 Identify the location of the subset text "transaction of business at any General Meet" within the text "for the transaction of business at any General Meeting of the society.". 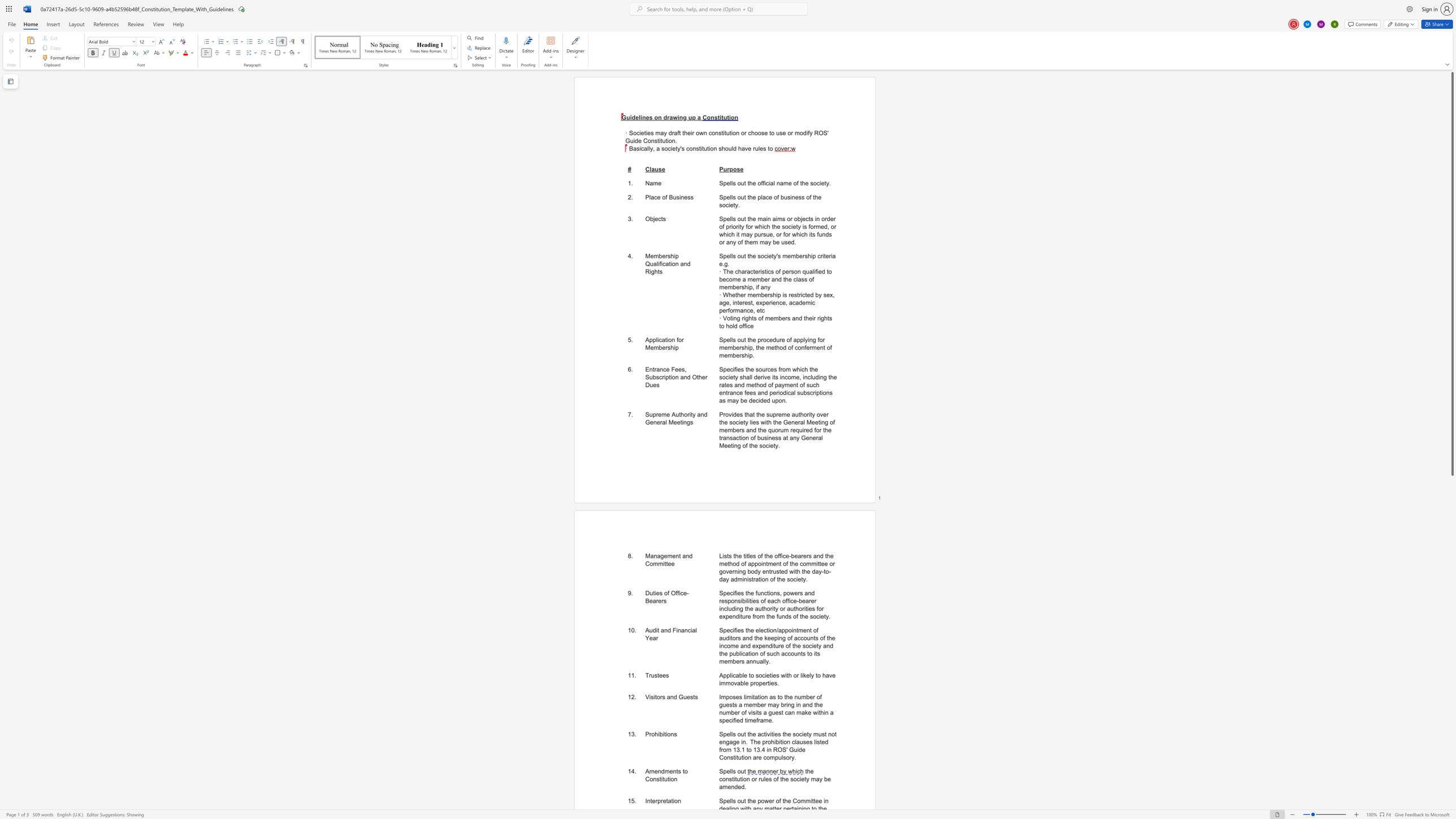
(718, 437).